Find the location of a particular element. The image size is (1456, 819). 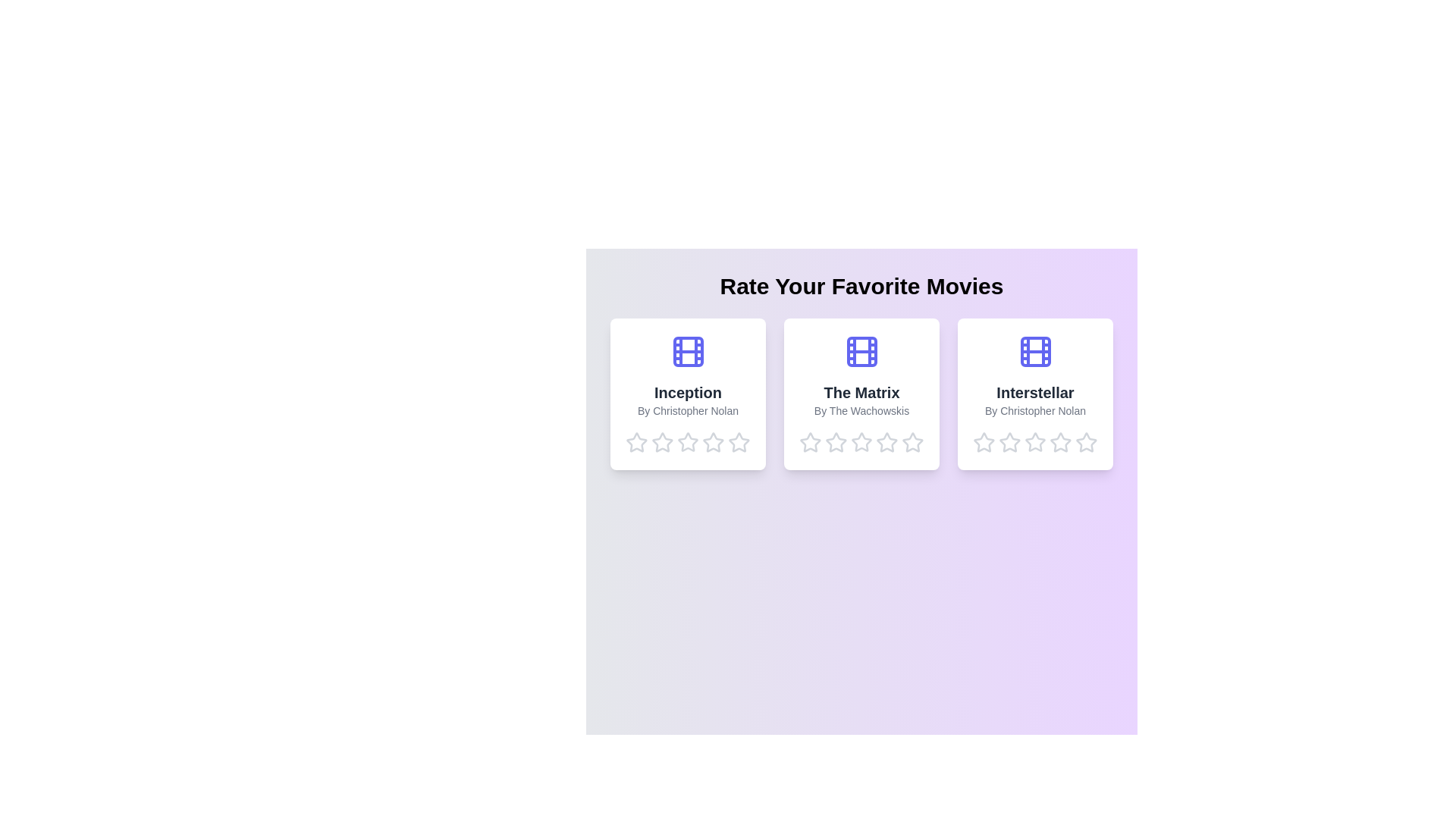

the star corresponding to 1 stars for the movie The Matrix is located at coordinates (809, 442).